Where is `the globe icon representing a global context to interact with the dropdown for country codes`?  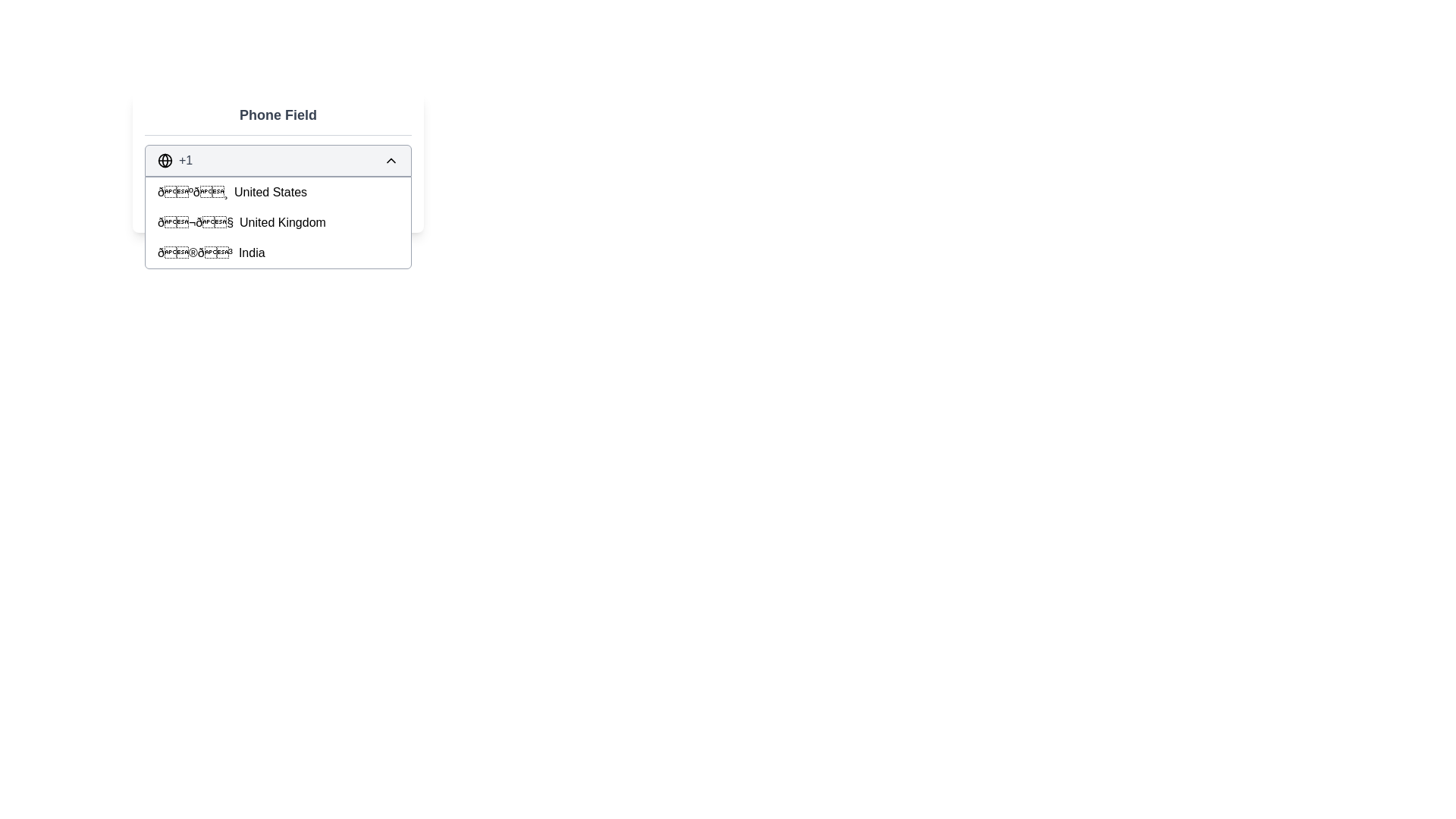 the globe icon representing a global context to interact with the dropdown for country codes is located at coordinates (165, 161).